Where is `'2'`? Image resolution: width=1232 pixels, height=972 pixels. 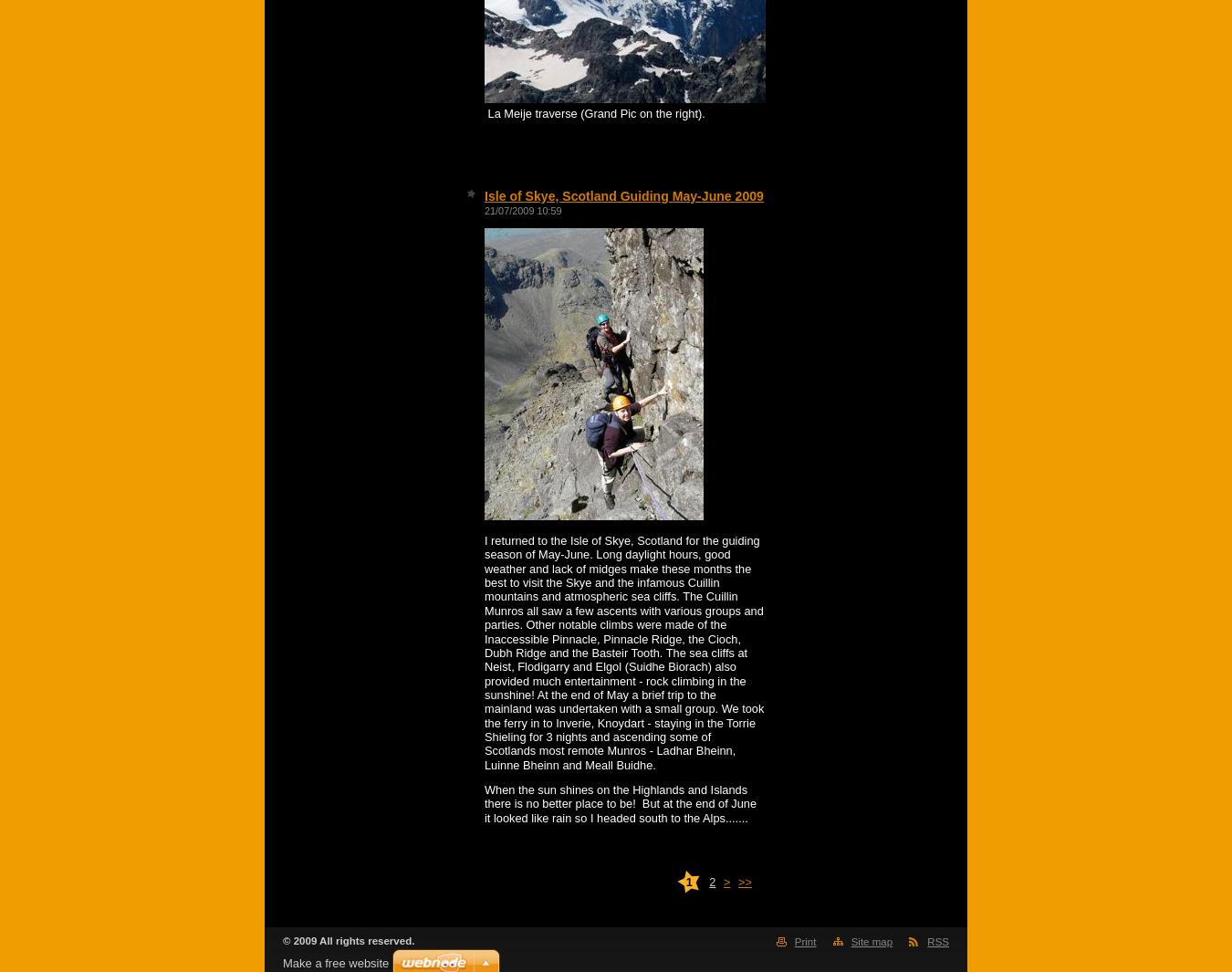
'2' is located at coordinates (711, 881).